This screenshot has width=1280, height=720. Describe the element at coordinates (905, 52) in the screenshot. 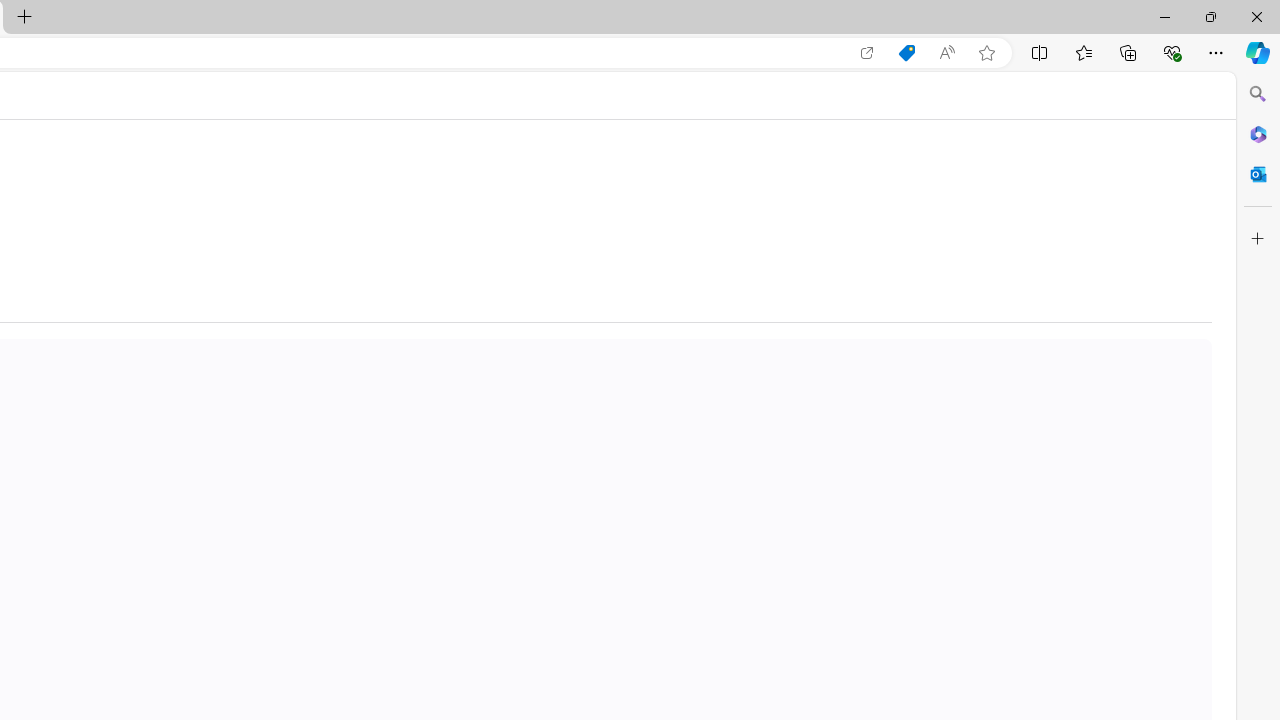

I see `'Shopping in Microsoft Edge'` at that location.